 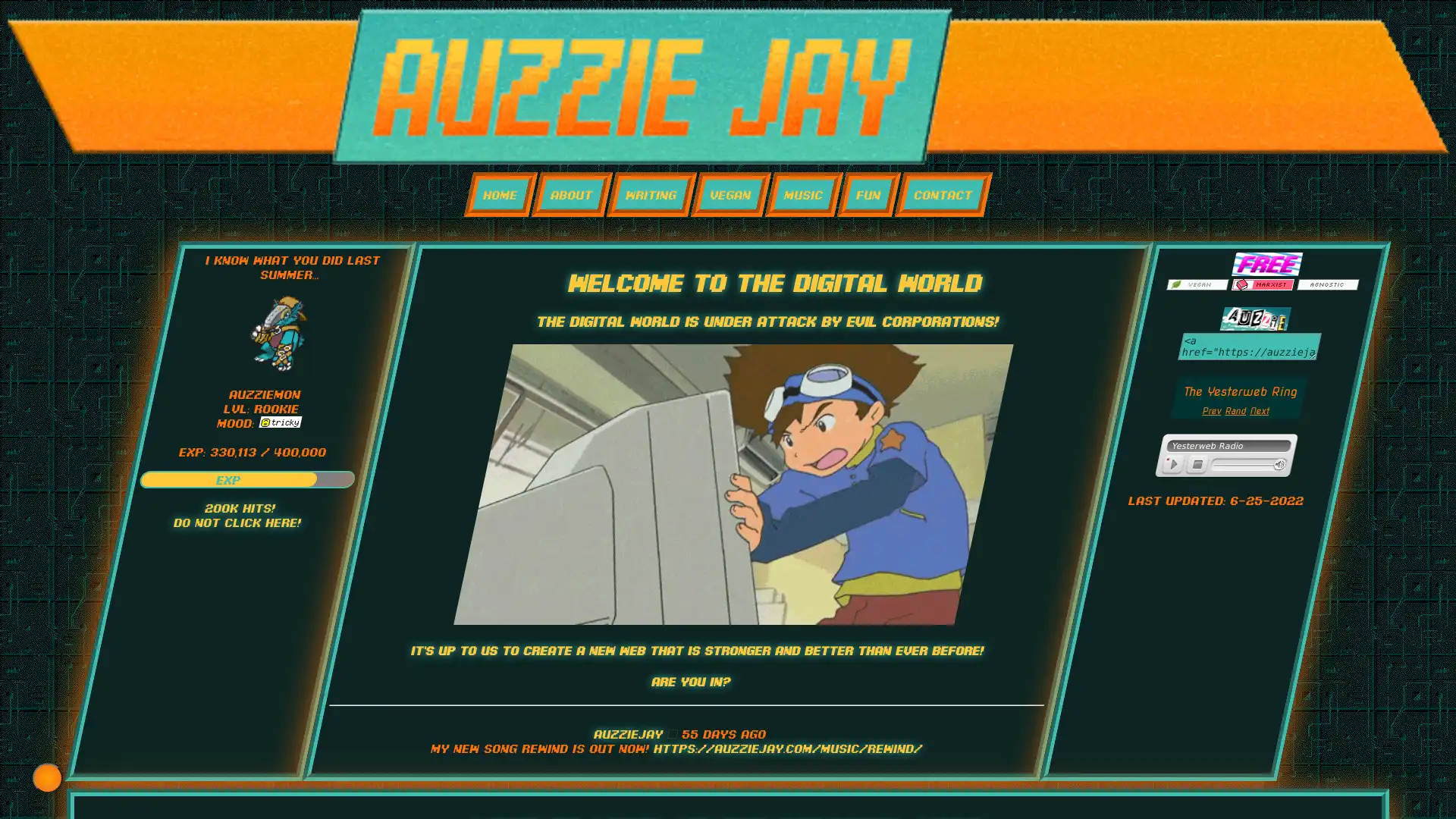 I want to click on WRITING, so click(x=651, y=193).